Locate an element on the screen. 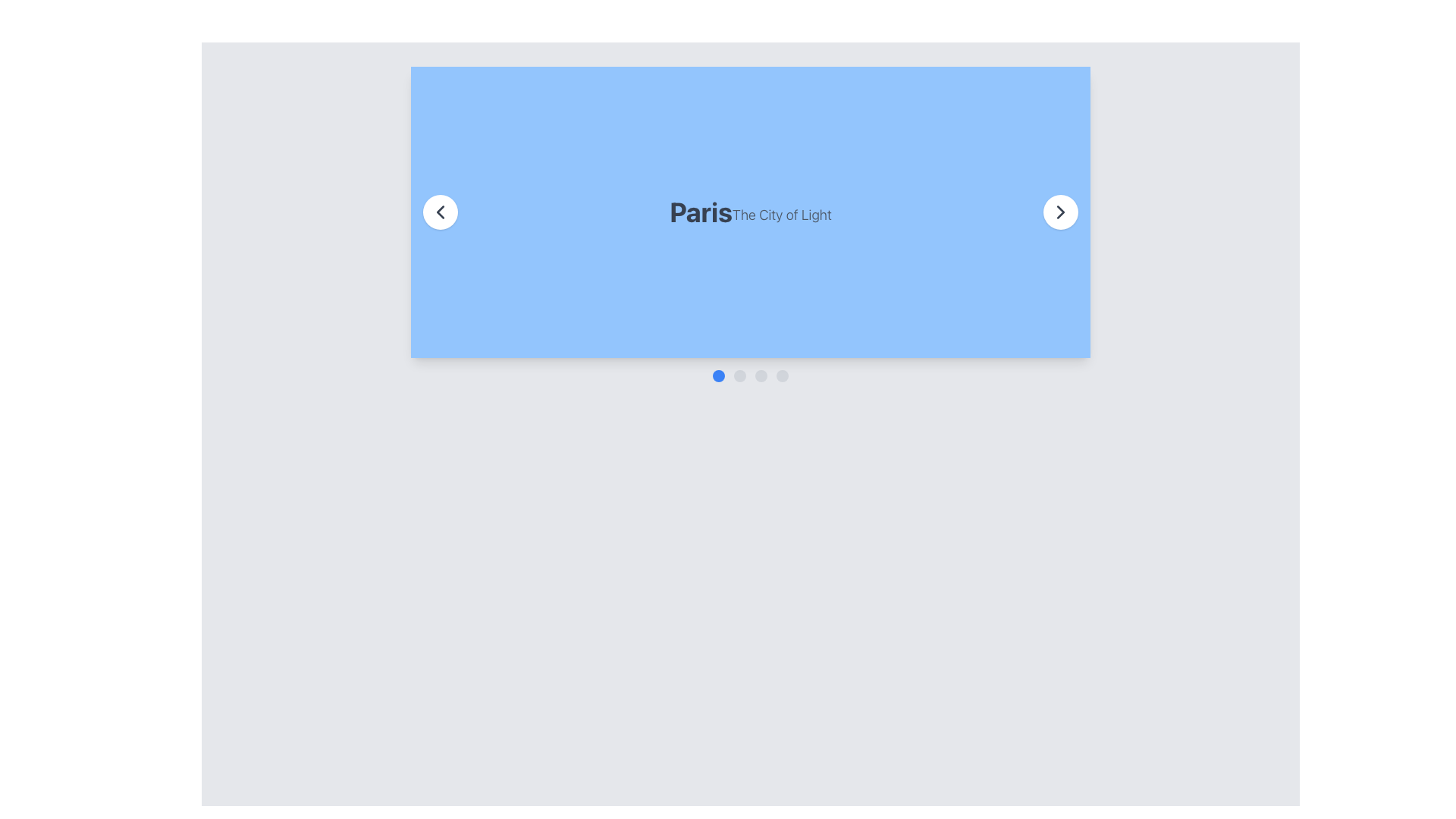 The width and height of the screenshot is (1456, 819). the subtitle text that complements the main title 'Paris', located immediately to its right in the blue section is located at coordinates (782, 215).